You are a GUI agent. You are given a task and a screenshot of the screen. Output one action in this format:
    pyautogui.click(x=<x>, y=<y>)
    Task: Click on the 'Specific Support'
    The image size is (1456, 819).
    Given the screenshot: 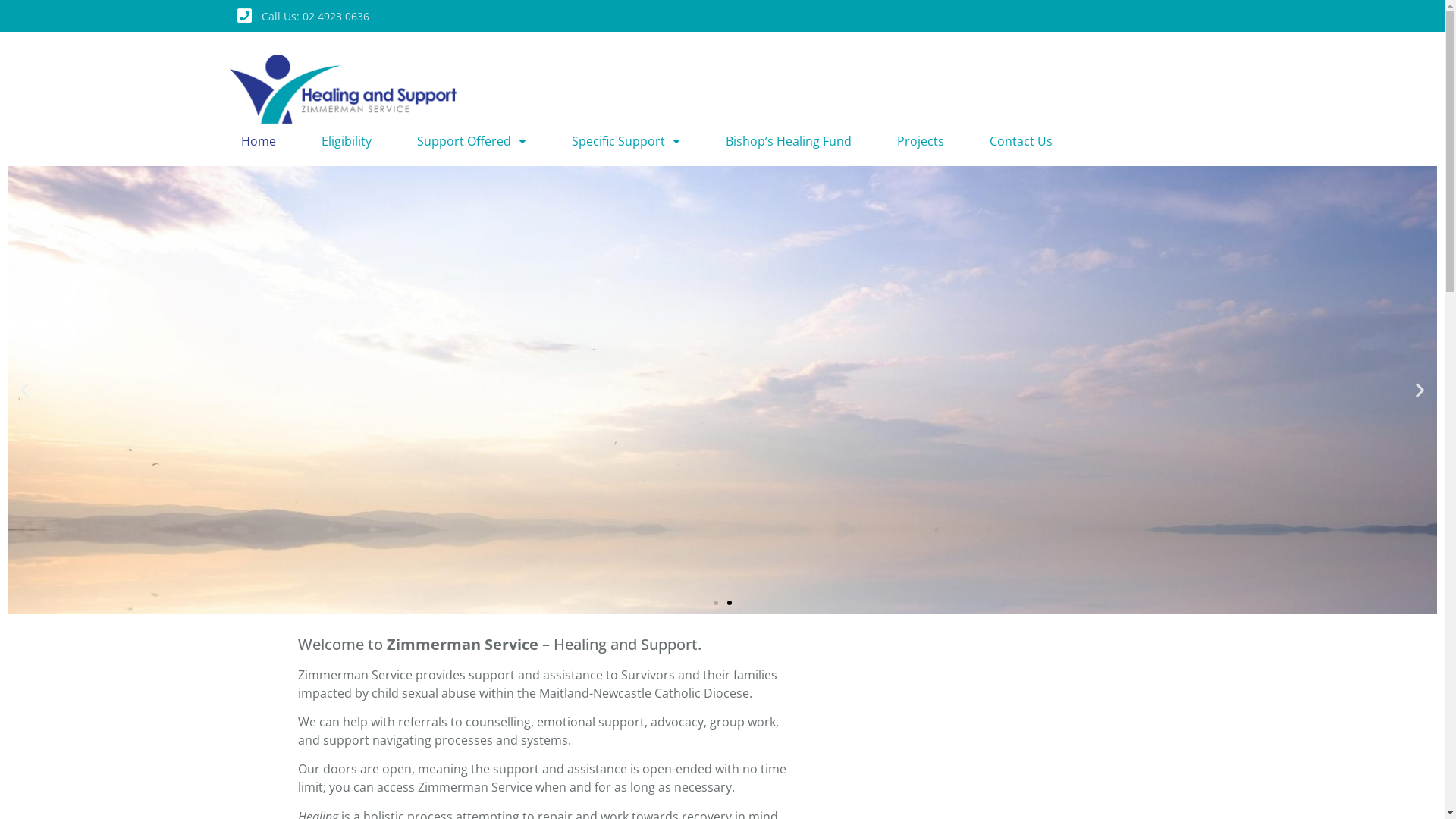 What is the action you would take?
    pyautogui.click(x=626, y=140)
    